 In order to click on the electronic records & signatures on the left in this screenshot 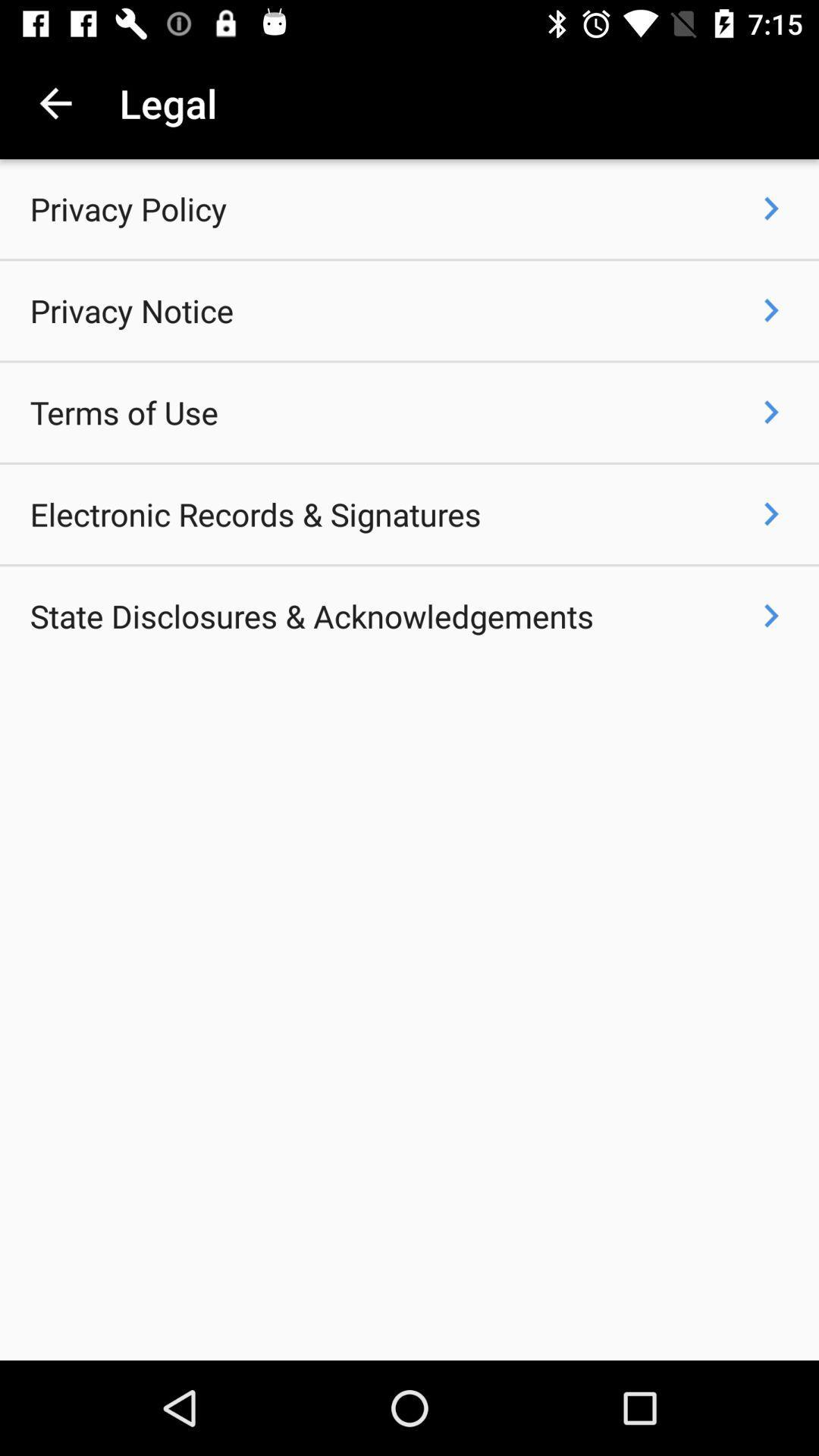, I will do `click(255, 514)`.